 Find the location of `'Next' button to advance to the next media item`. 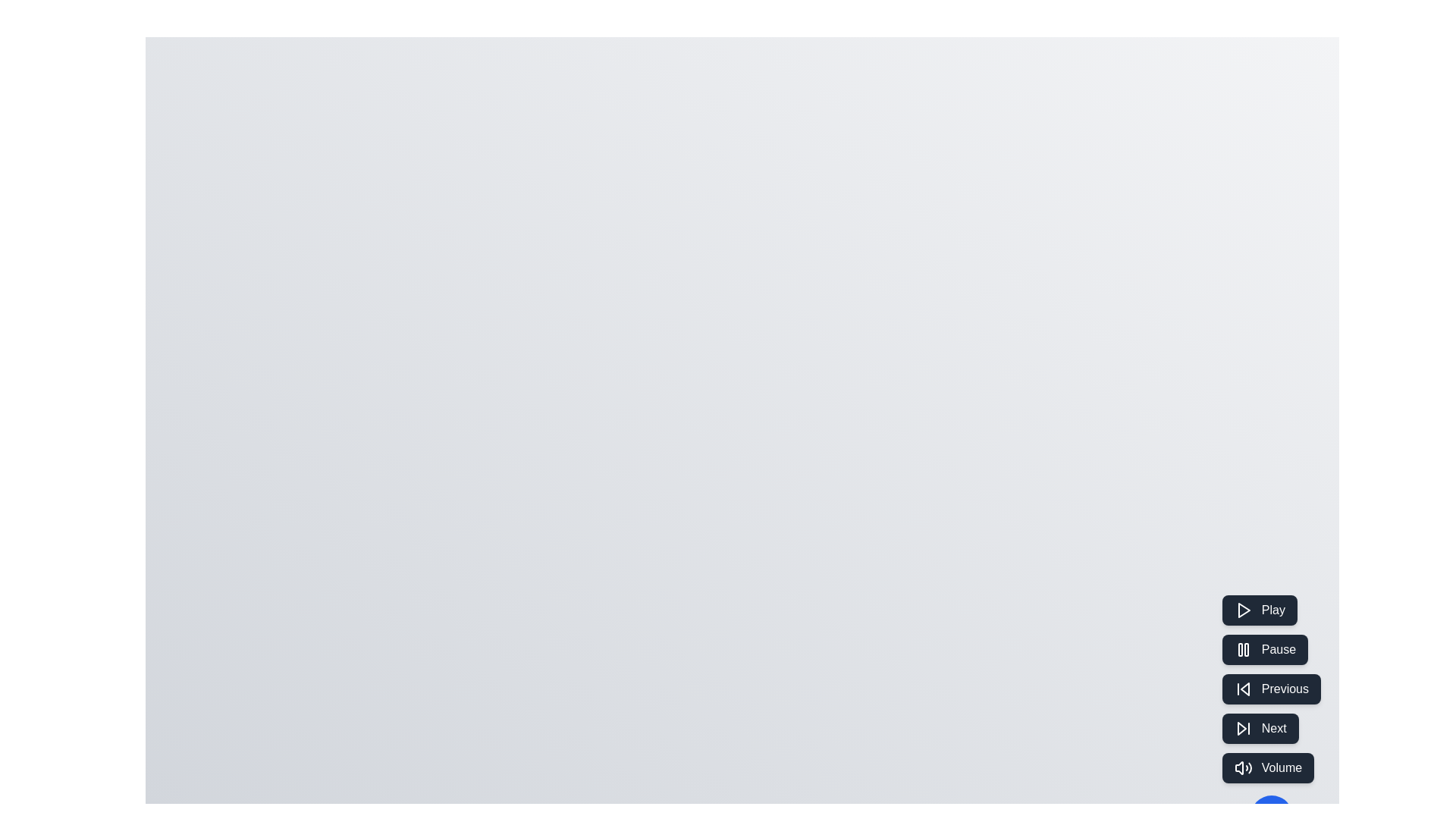

'Next' button to advance to the next media item is located at coordinates (1260, 727).